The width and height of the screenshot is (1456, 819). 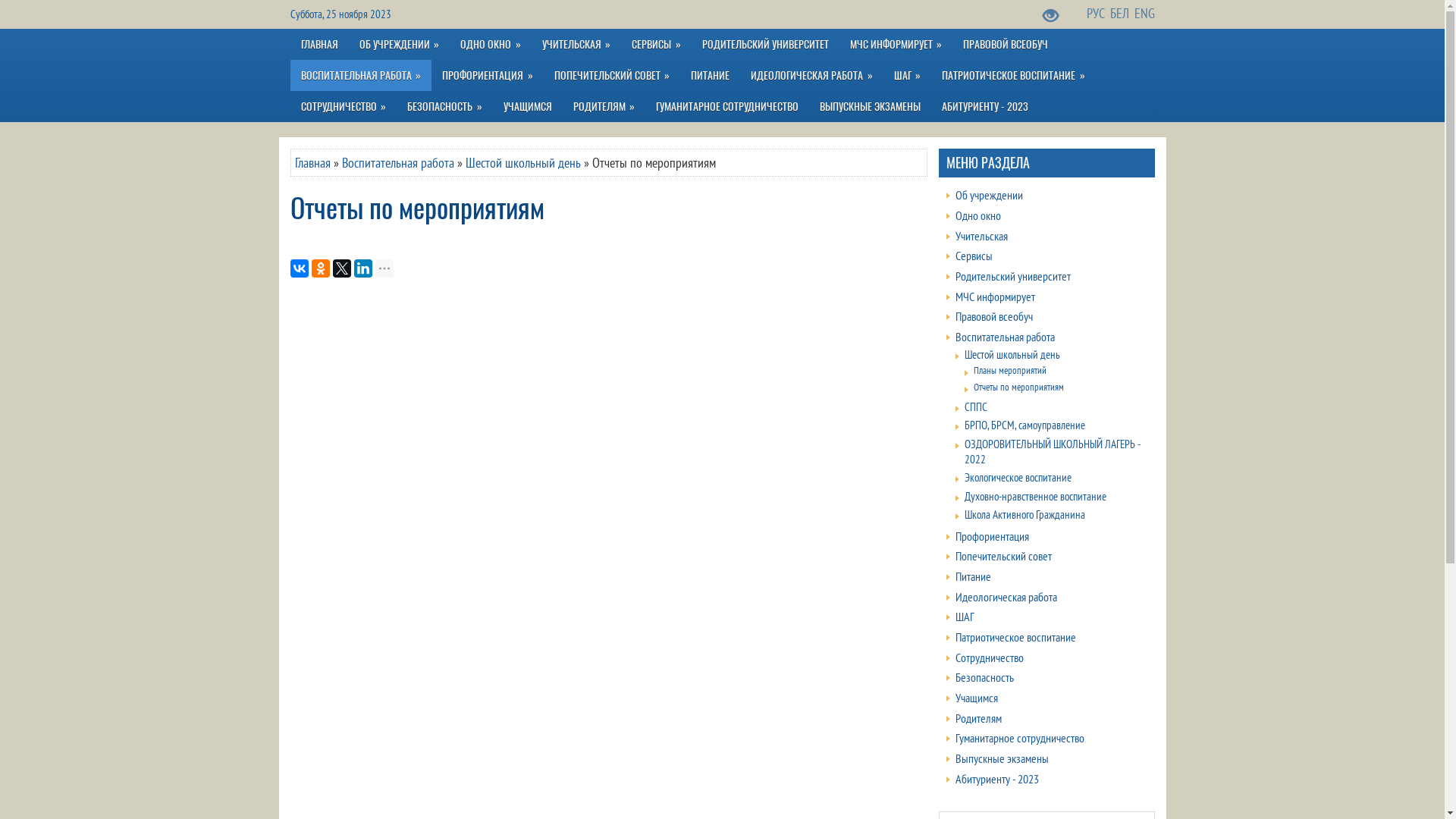 What do you see at coordinates (340, 268) in the screenshot?
I see `'Twitter'` at bounding box center [340, 268].